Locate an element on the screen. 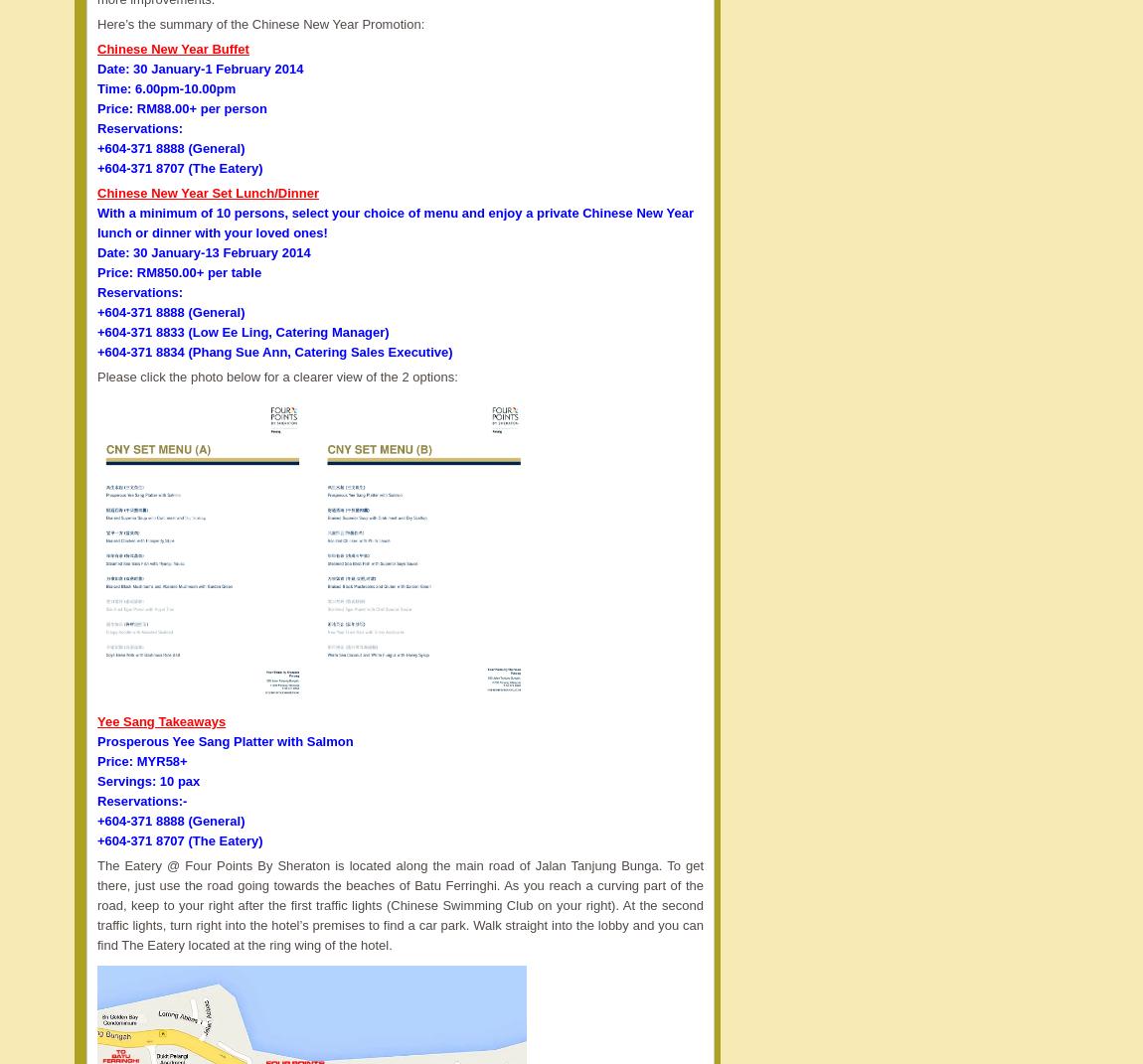 This screenshot has height=1064, width=1143. 'Chinese New Year Set Lunch/Dinner' is located at coordinates (207, 191).